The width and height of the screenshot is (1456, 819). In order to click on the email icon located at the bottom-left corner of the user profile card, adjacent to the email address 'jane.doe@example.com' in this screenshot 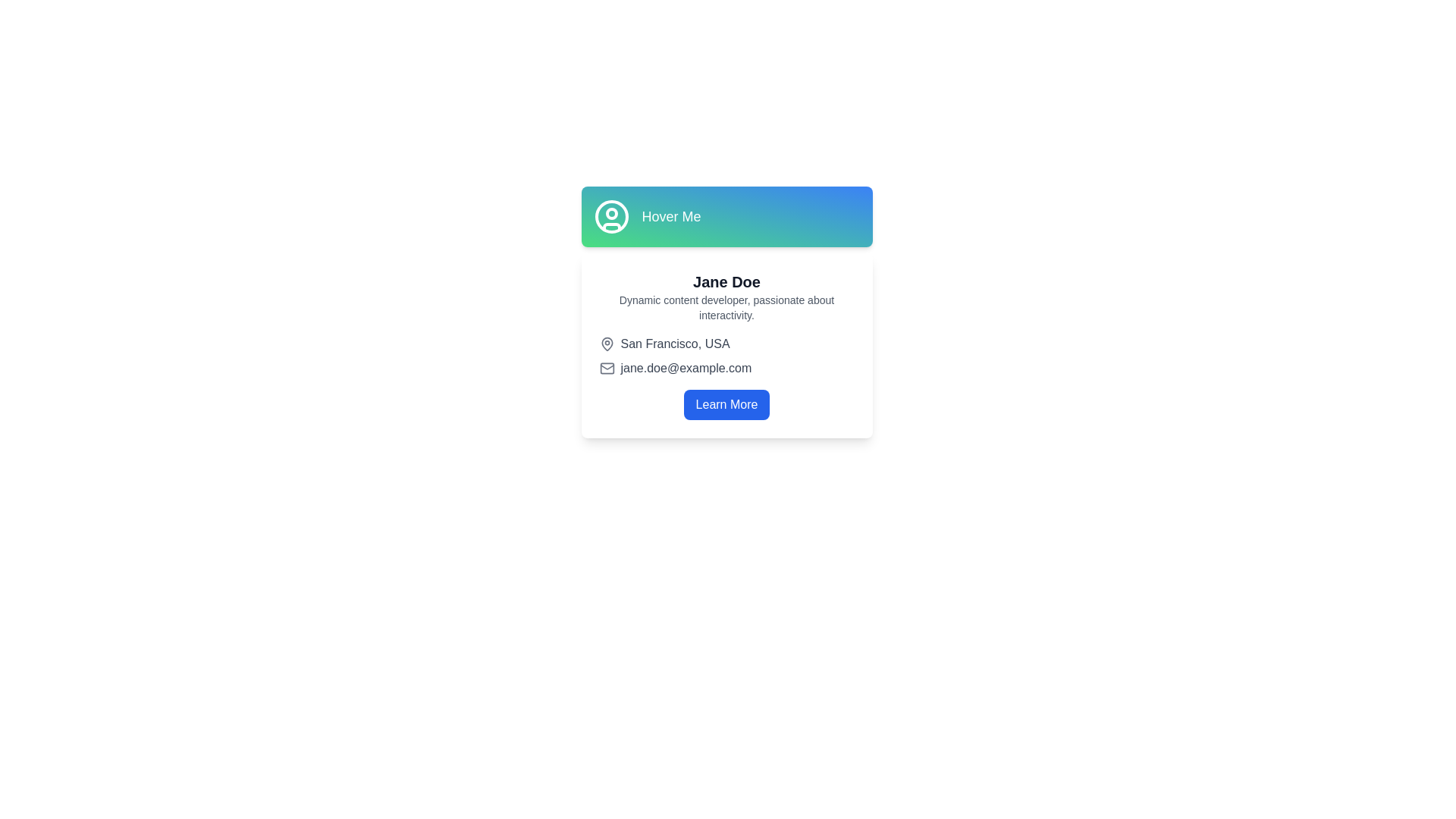, I will do `click(607, 369)`.